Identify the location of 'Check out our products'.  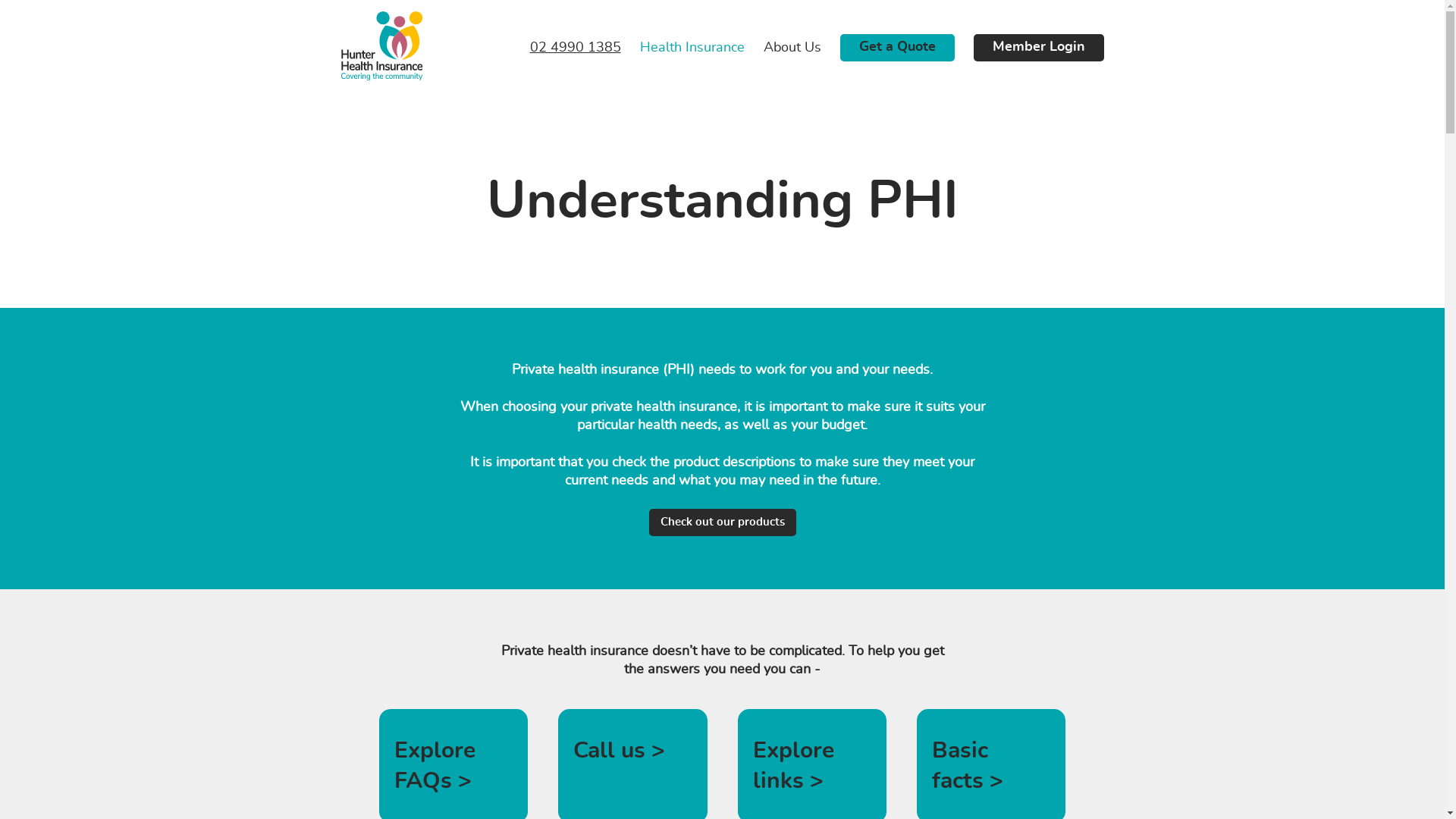
(722, 522).